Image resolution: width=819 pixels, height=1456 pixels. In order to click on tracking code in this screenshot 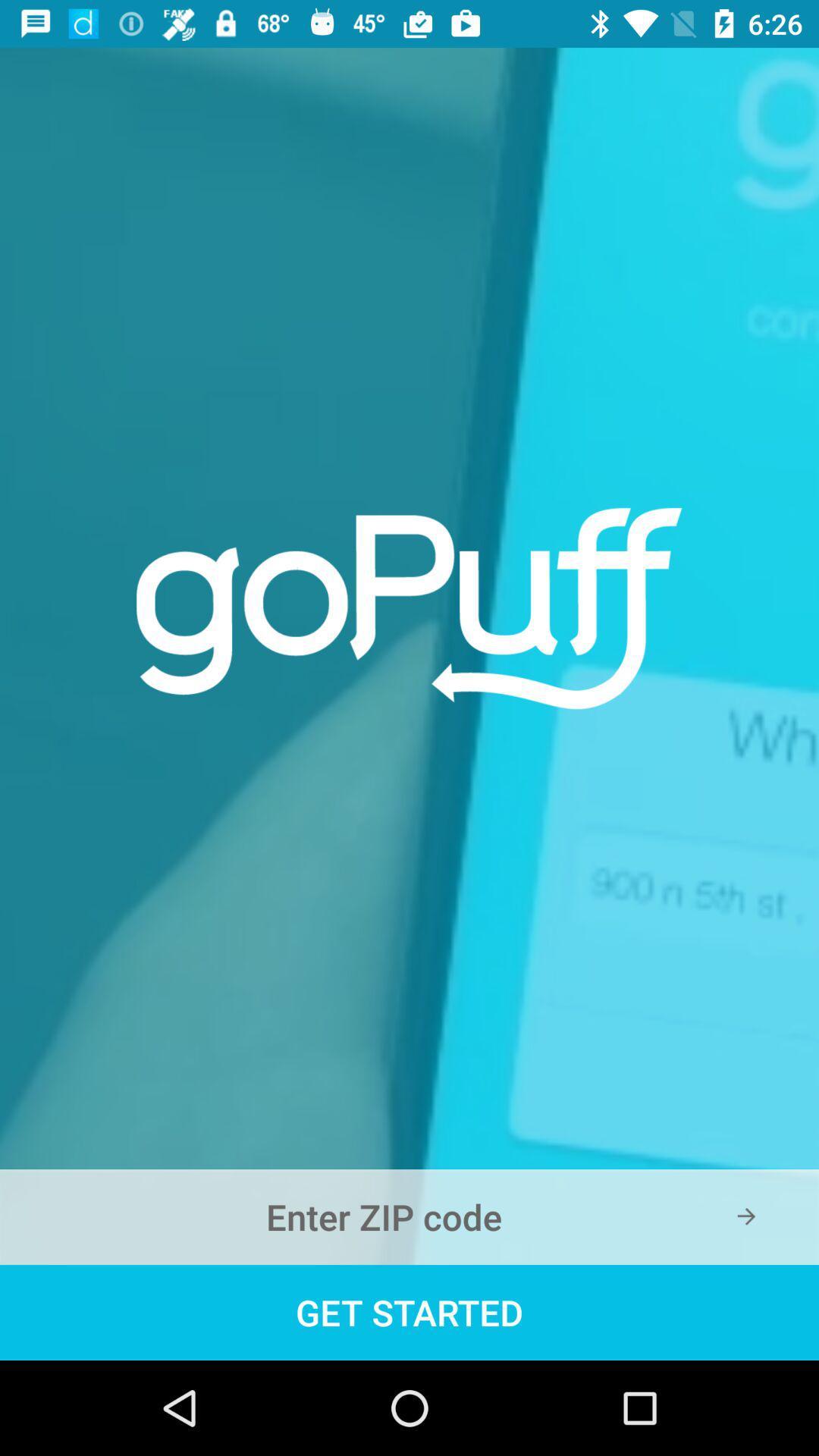, I will do `click(409, 1216)`.